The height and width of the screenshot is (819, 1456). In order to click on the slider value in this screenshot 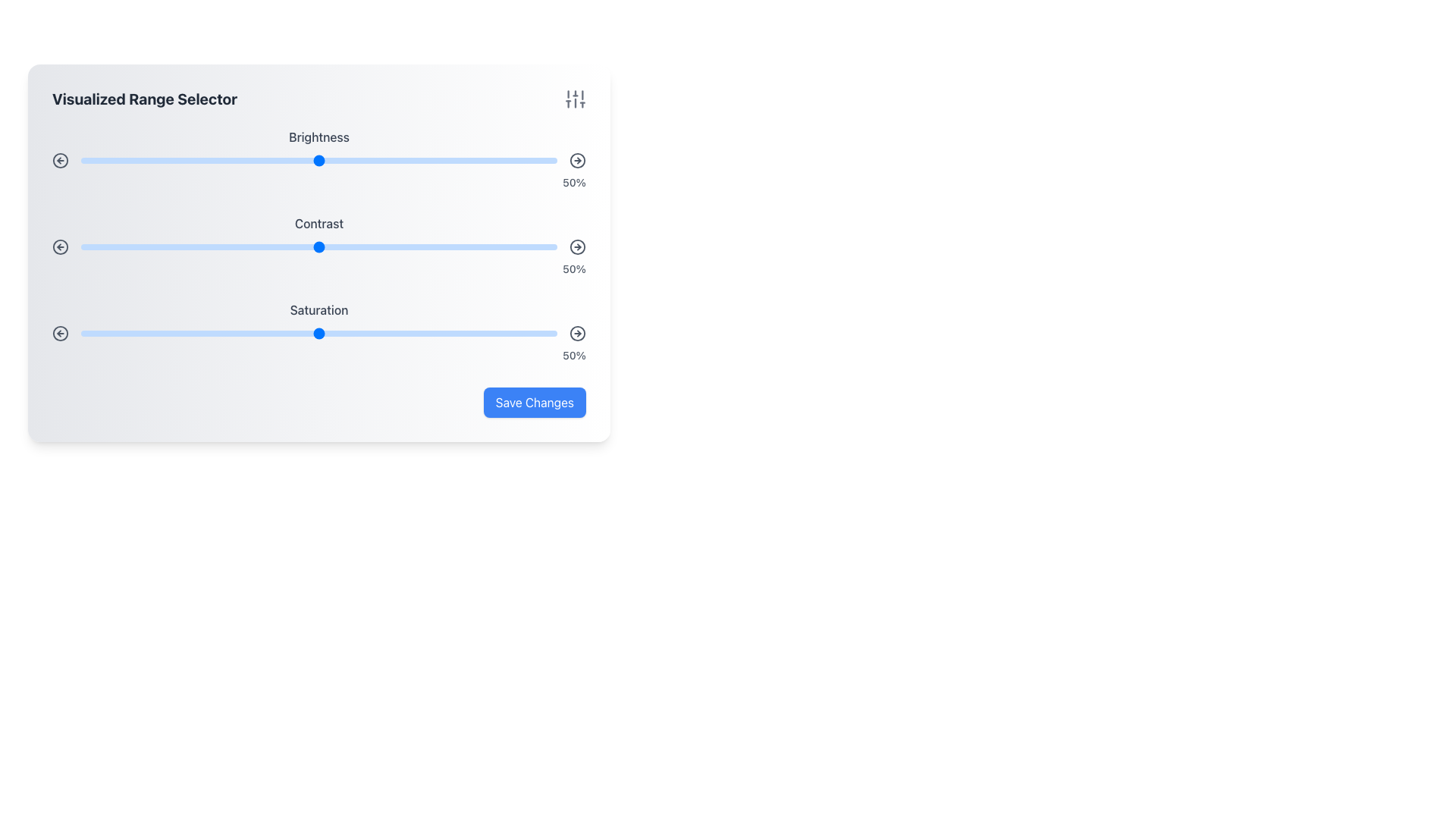, I will do `click(328, 332)`.